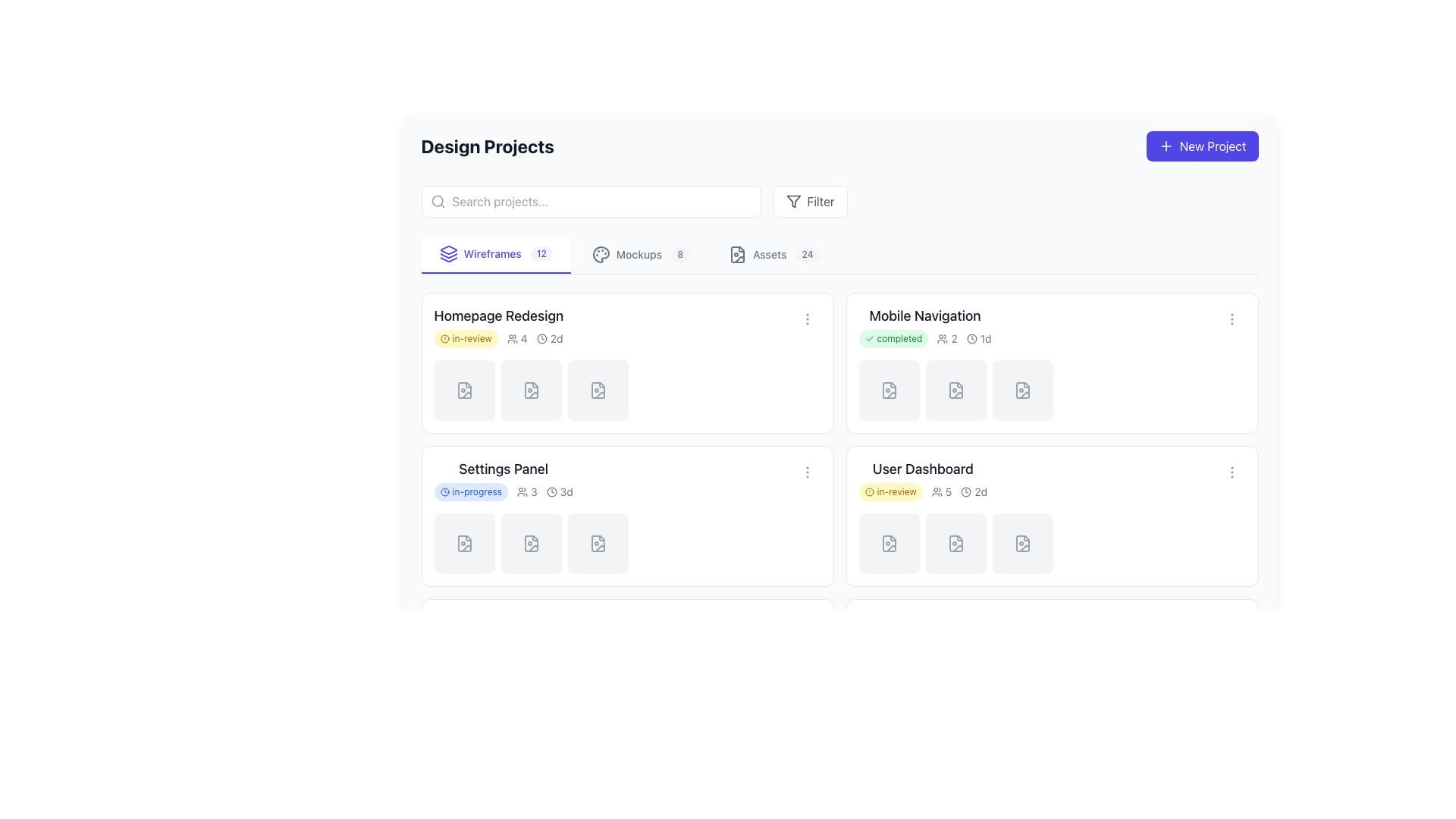 The image size is (1456, 819). Describe the element at coordinates (463, 390) in the screenshot. I see `the clickable icon for the 'Homepage Redesign' project` at that location.